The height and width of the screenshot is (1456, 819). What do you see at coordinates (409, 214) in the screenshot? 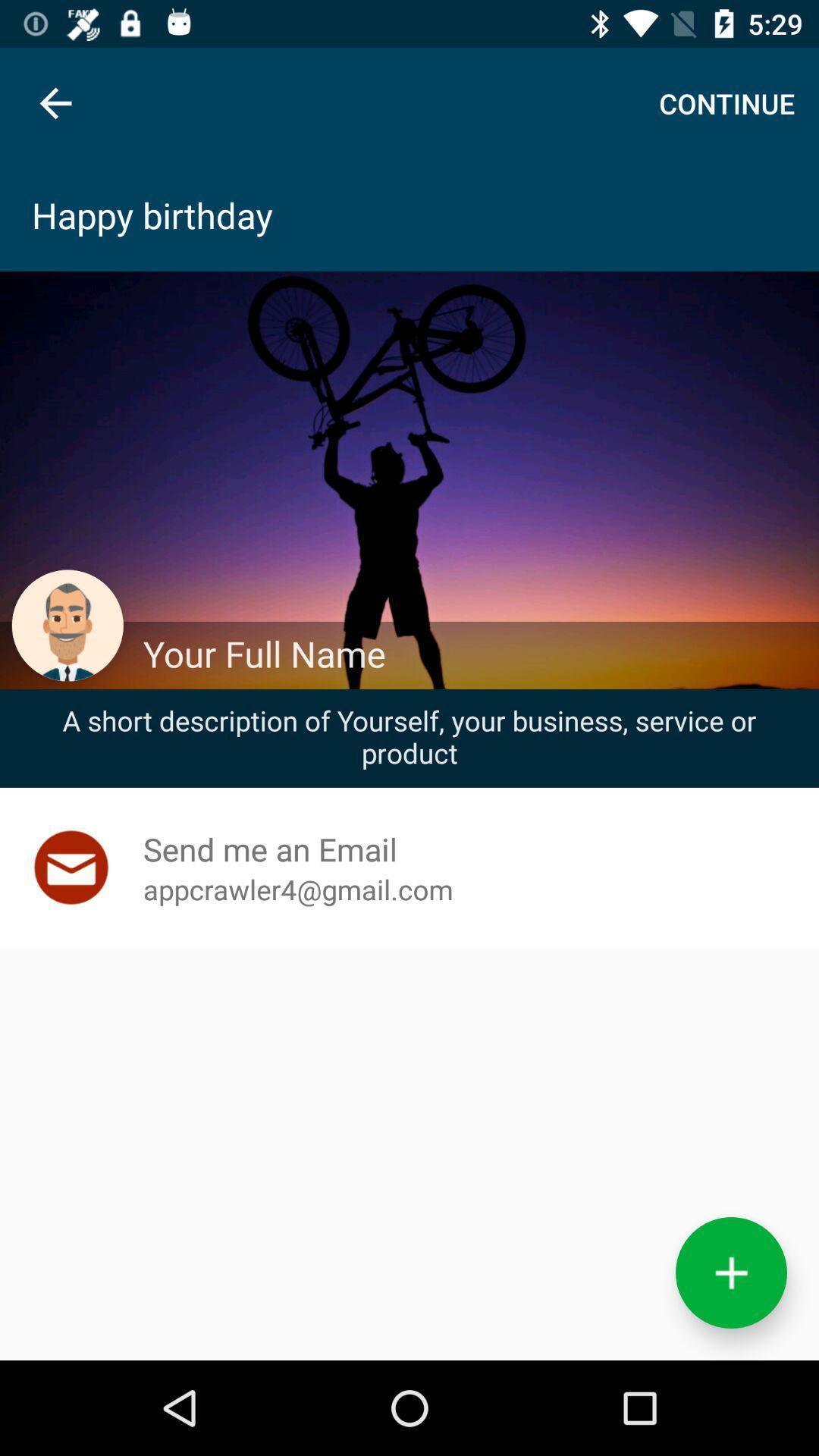
I see `the happy birthday item` at bounding box center [409, 214].